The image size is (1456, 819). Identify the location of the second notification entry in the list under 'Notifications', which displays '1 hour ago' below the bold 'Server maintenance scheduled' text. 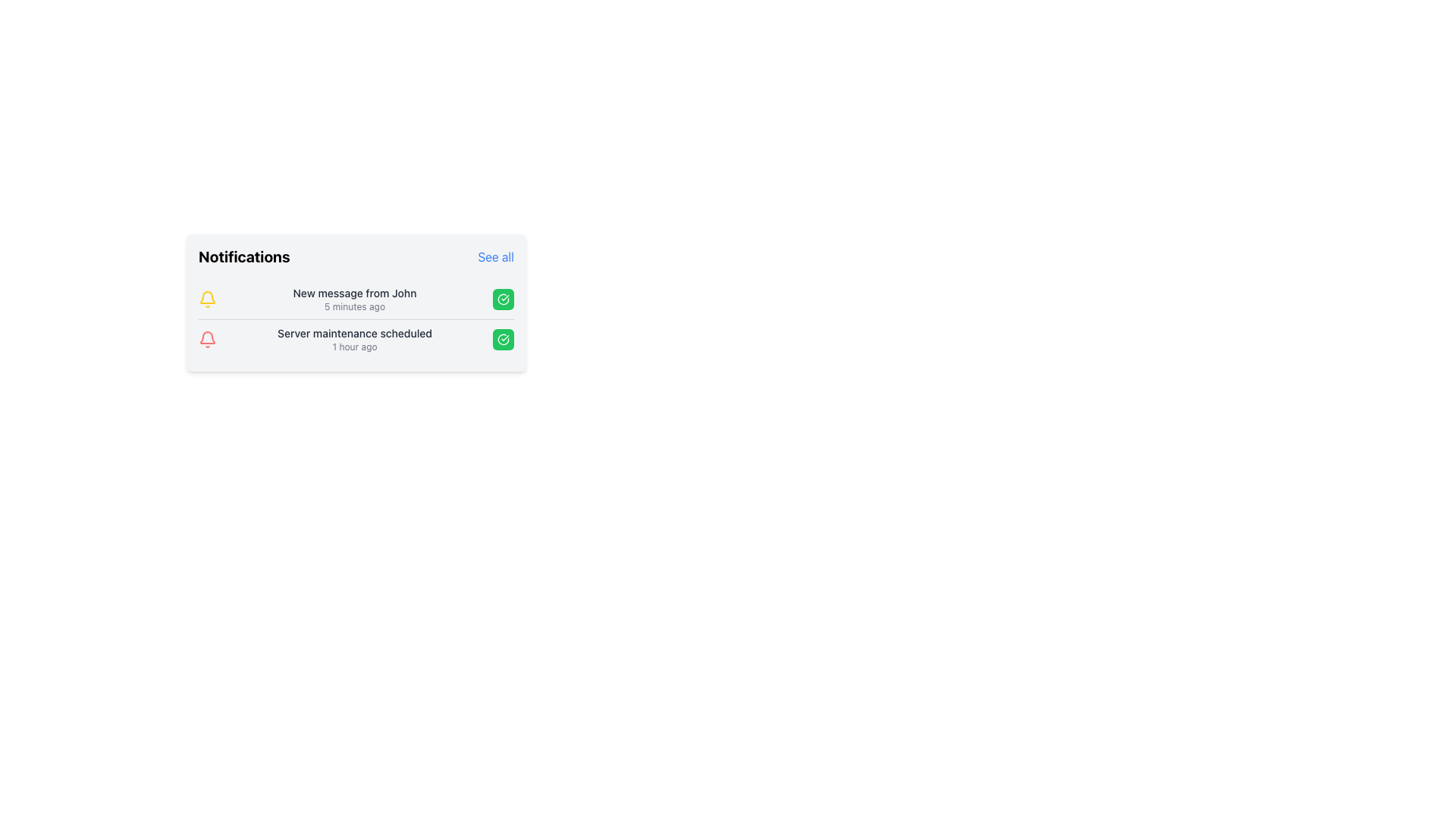
(353, 338).